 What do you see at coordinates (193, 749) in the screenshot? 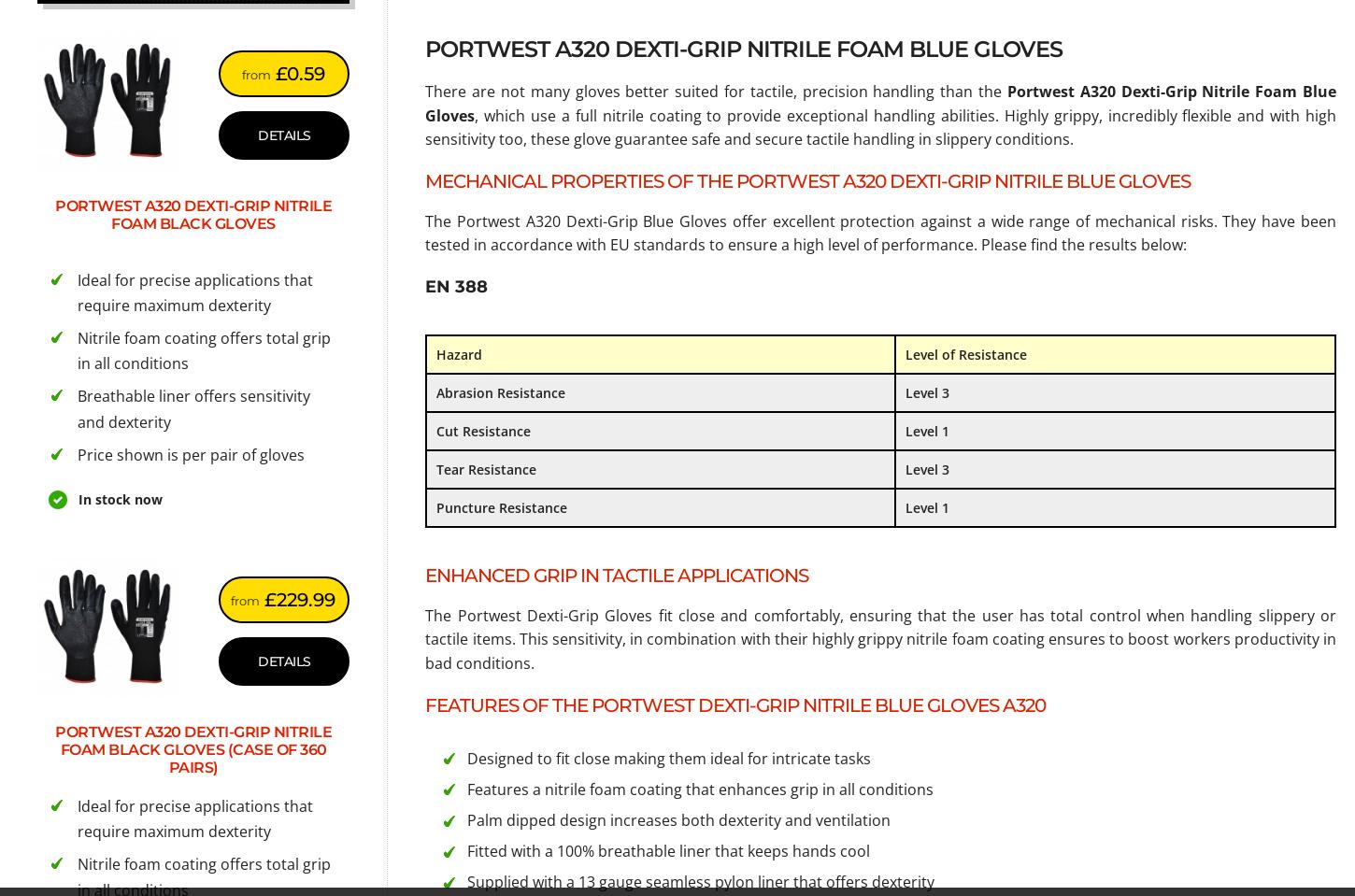
I see `'Portwest A320 Dexti-Grip Nitrile Foam Black Gloves (Case of 360 Pairs)'` at bounding box center [193, 749].